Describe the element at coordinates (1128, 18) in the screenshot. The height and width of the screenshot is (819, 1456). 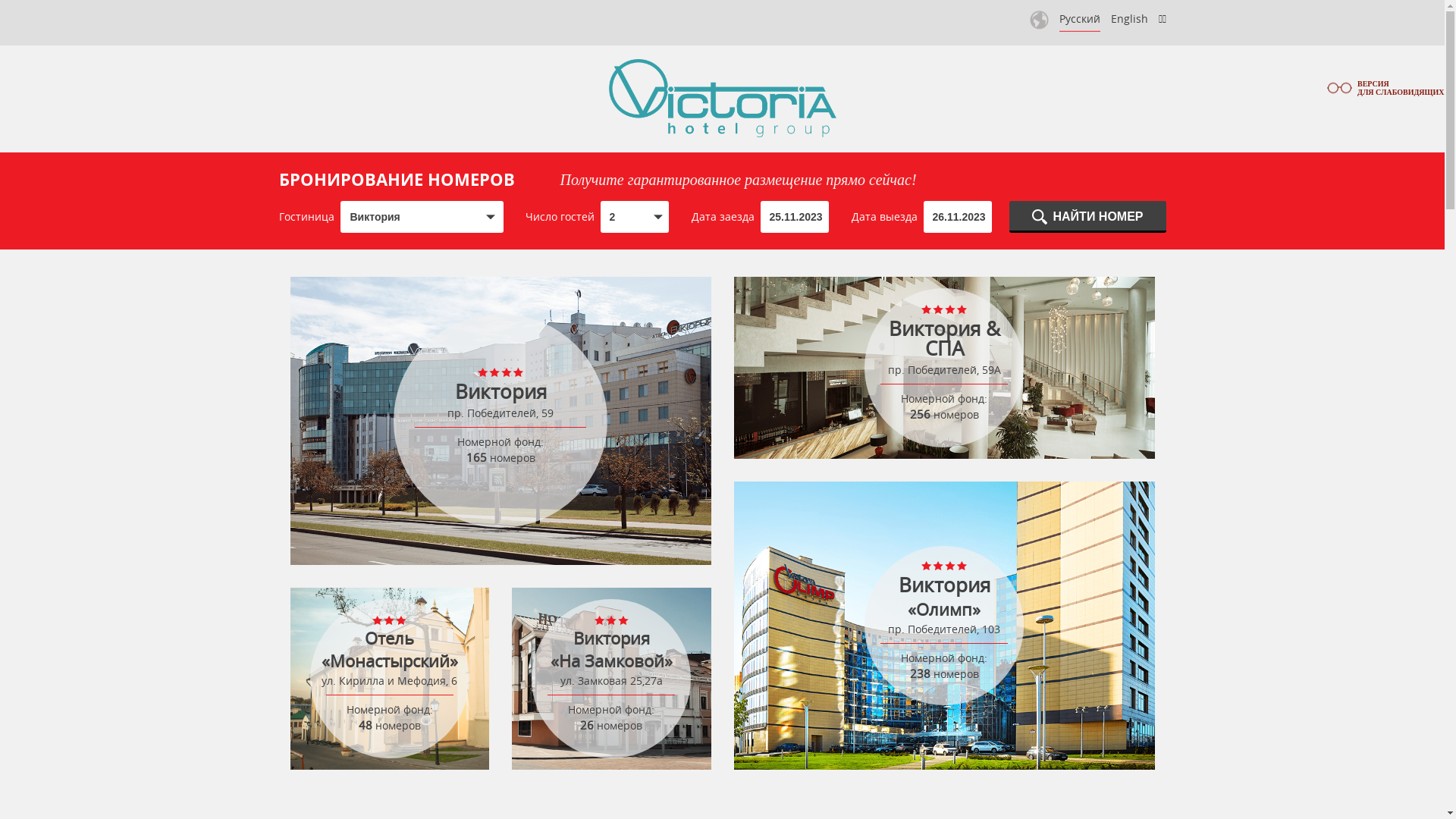
I see `'English'` at that location.